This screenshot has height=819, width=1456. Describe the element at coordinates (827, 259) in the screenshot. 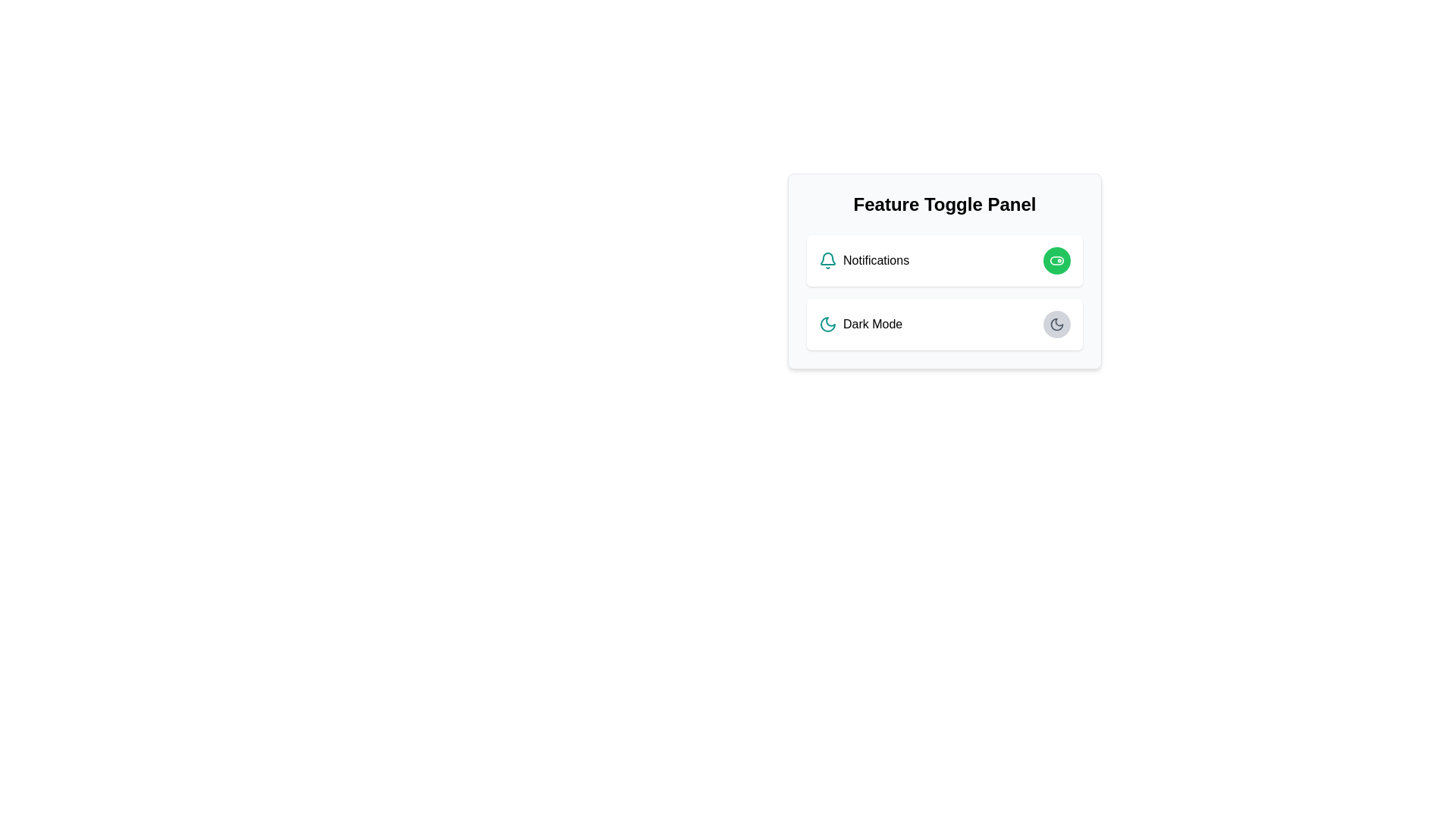

I see `the notification indicator icon located in the 'Notifications' group of the 'Feature Toggle Panel'` at that location.